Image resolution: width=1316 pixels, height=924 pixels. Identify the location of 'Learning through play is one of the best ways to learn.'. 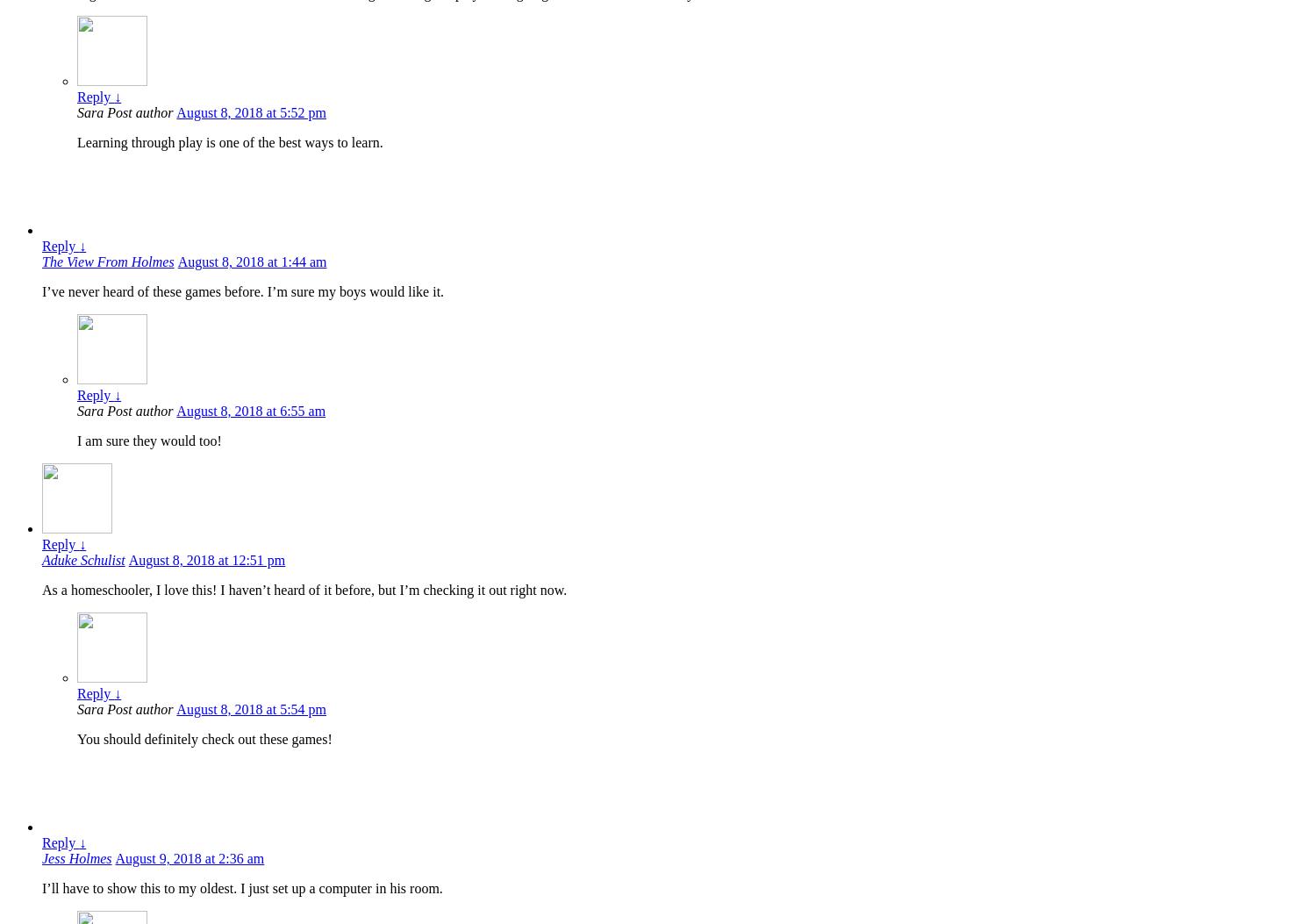
(230, 141).